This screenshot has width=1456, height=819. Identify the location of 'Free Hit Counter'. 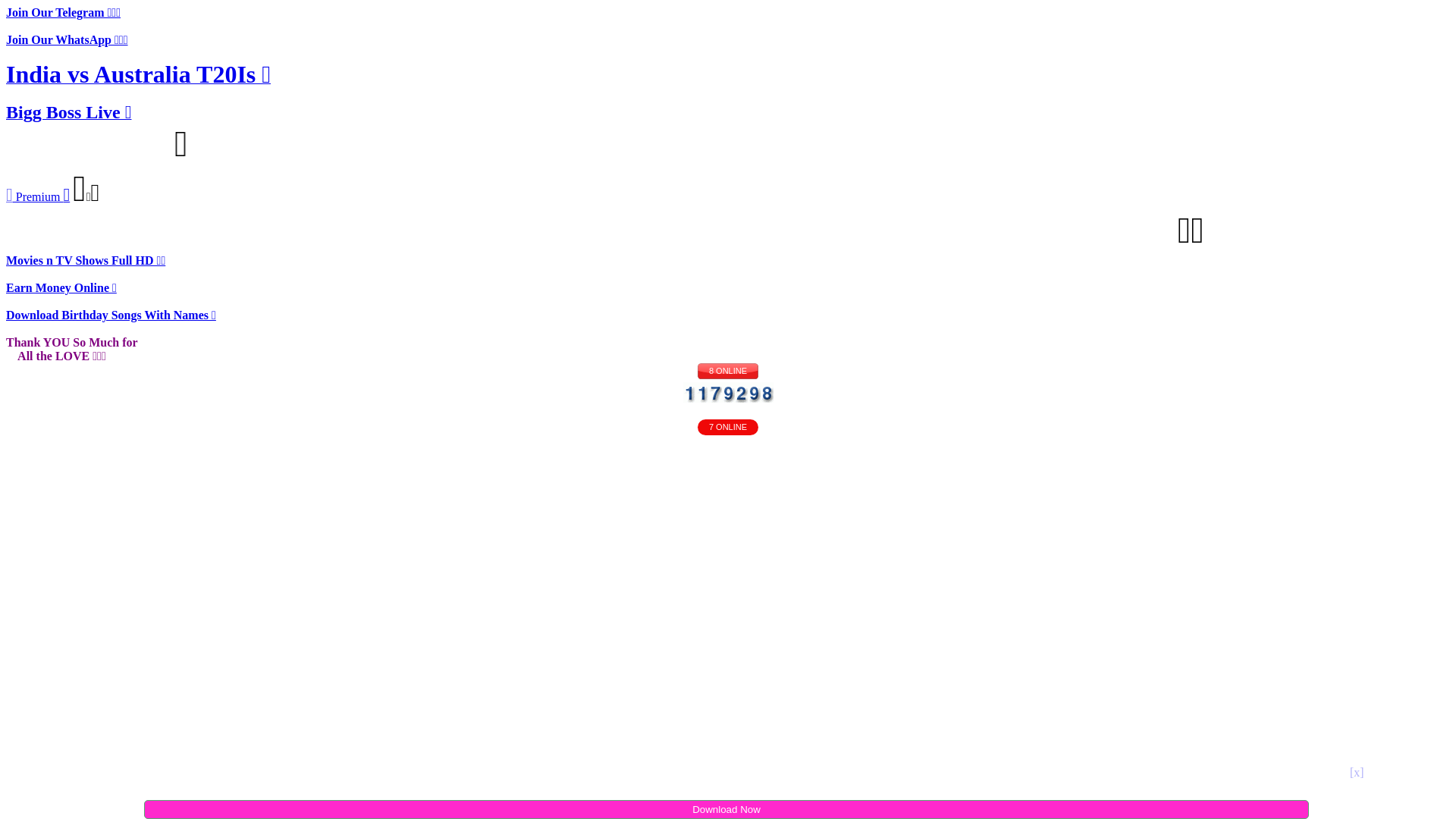
(726, 391).